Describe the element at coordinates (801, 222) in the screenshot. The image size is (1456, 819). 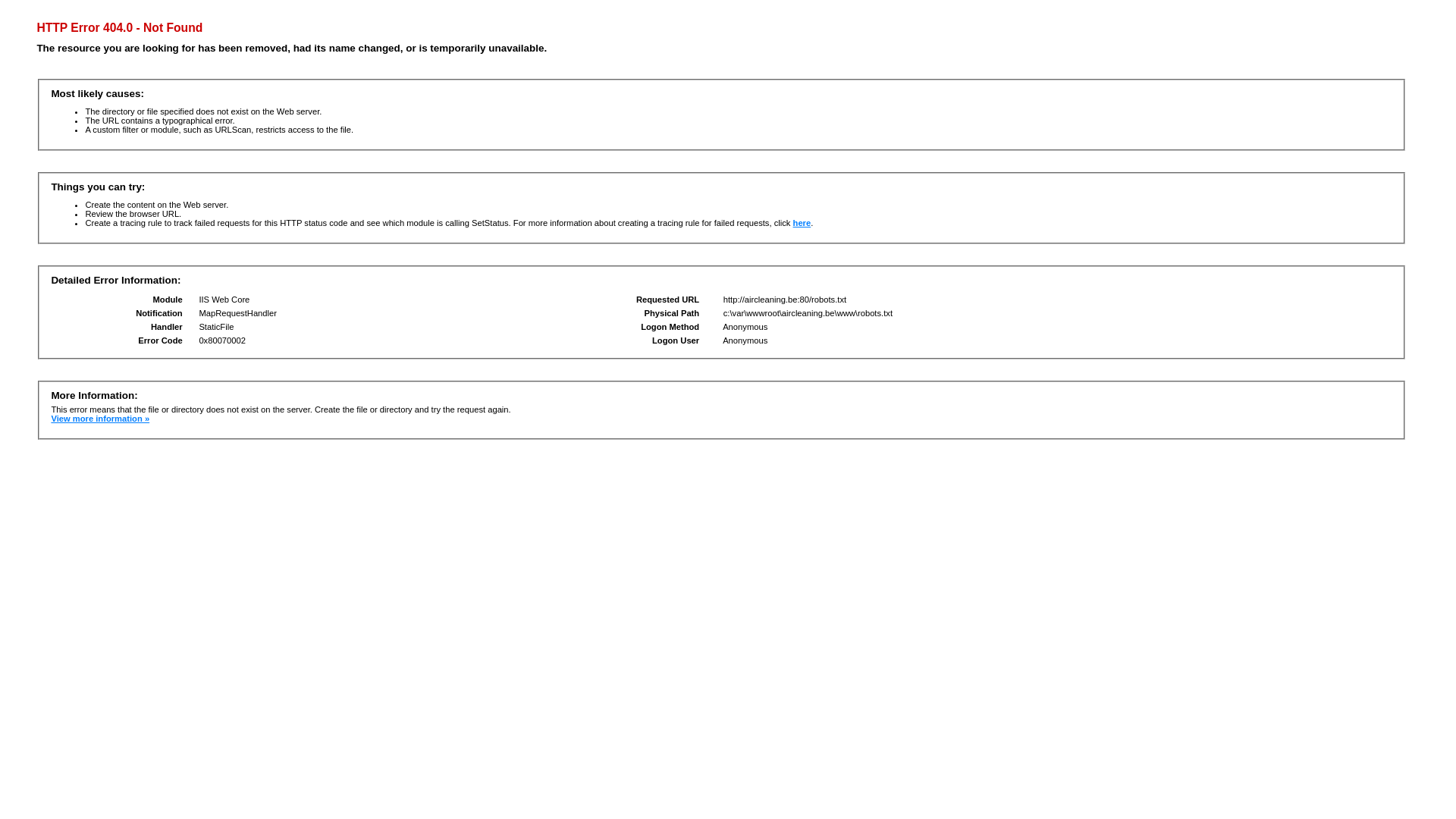
I see `'here'` at that location.